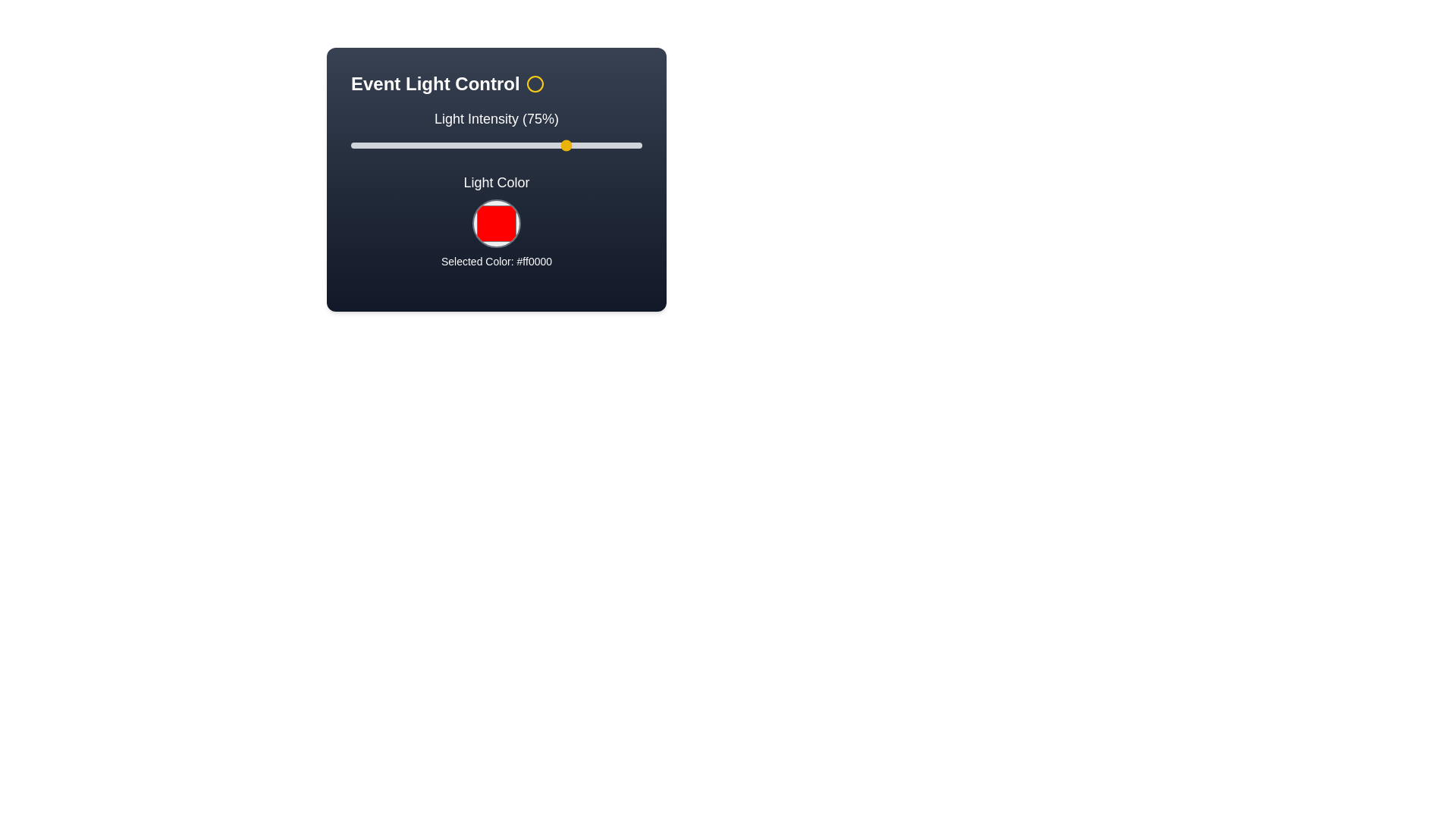 The height and width of the screenshot is (819, 1456). Describe the element at coordinates (583, 146) in the screenshot. I see `the light intensity to 80% by moving the slider` at that location.